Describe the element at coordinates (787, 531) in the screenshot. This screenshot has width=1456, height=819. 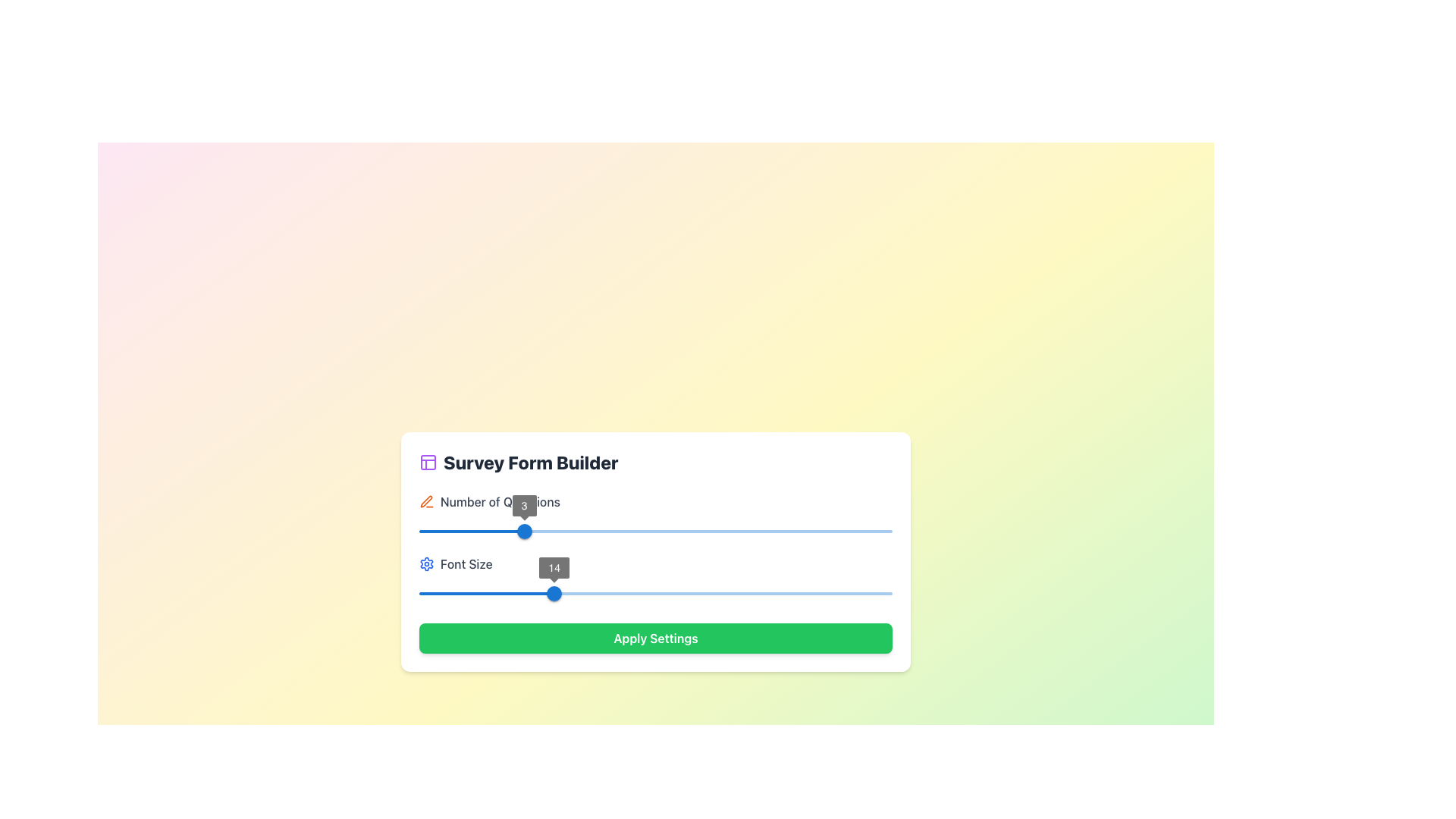
I see `the number of questions` at that location.